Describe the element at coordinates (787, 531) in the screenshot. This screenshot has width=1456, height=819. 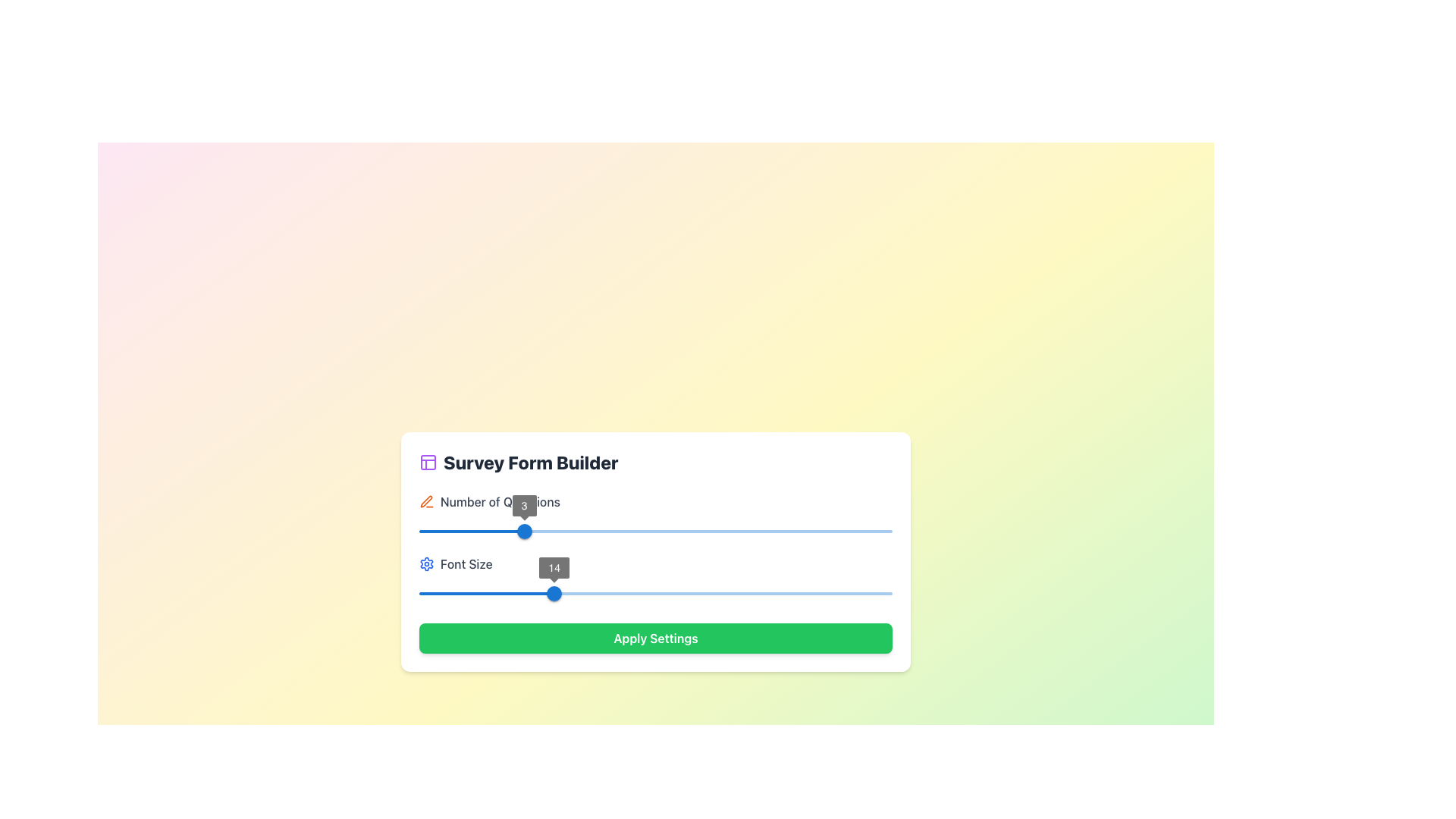
I see `the number of questions` at that location.